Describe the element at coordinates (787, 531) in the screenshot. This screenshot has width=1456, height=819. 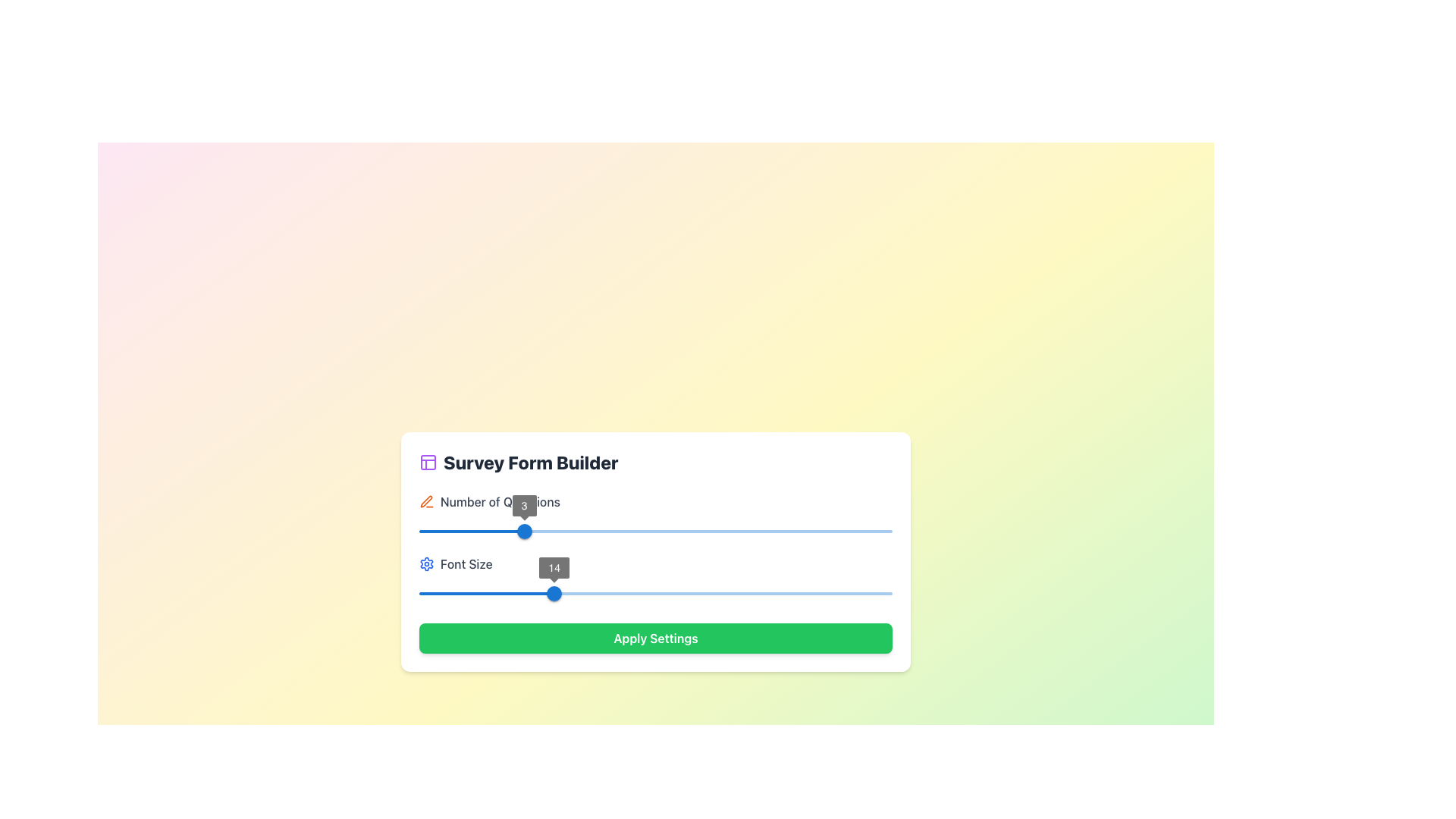
I see `the number of questions` at that location.